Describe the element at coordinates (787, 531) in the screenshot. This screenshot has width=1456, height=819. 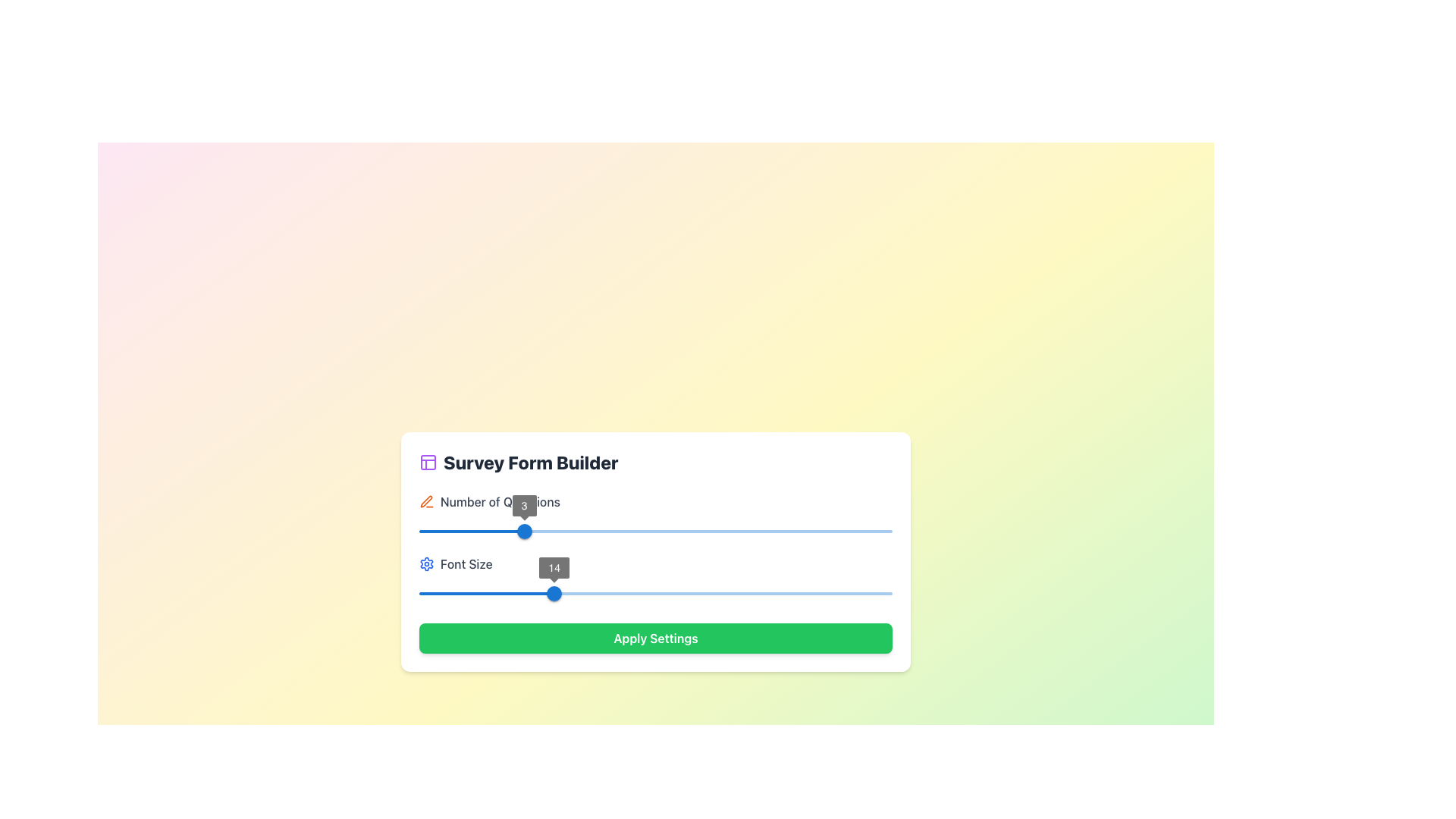
I see `the number of questions` at that location.